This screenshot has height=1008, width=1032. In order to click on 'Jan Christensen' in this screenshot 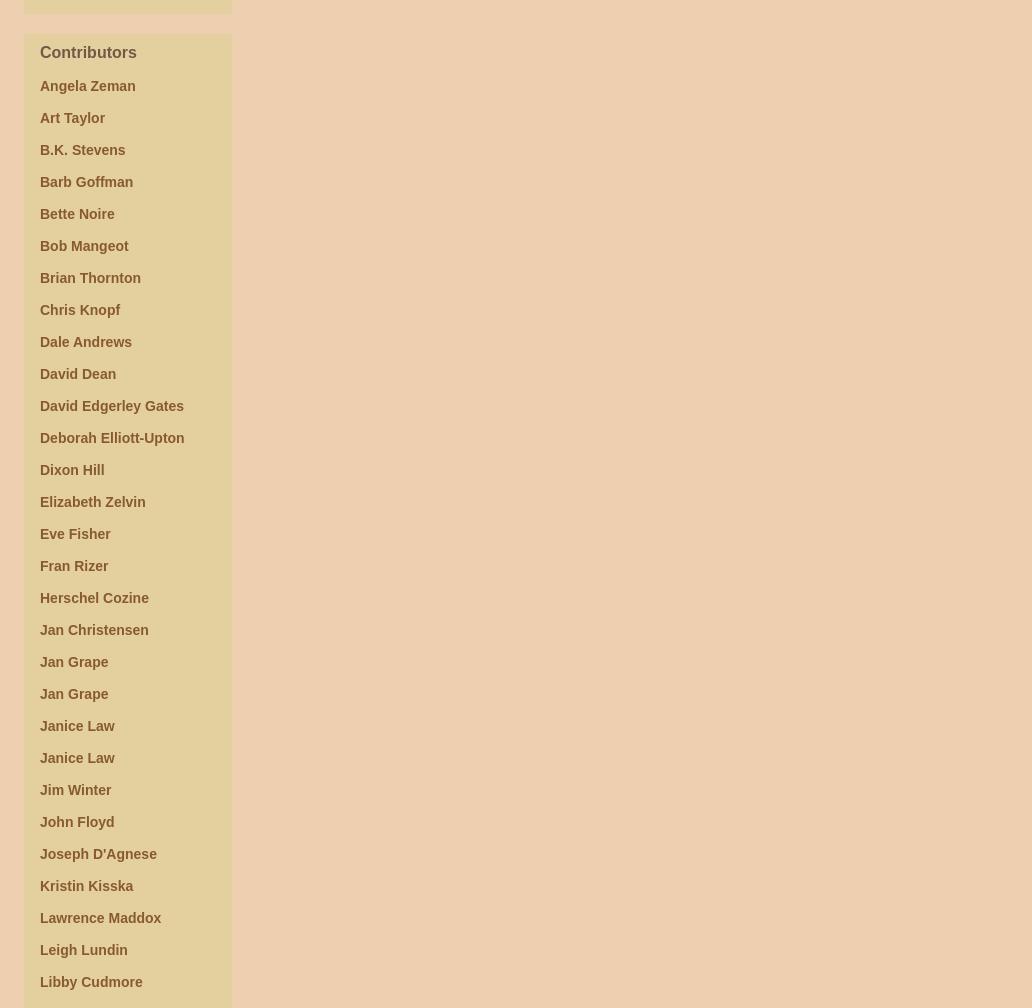, I will do `click(94, 630)`.